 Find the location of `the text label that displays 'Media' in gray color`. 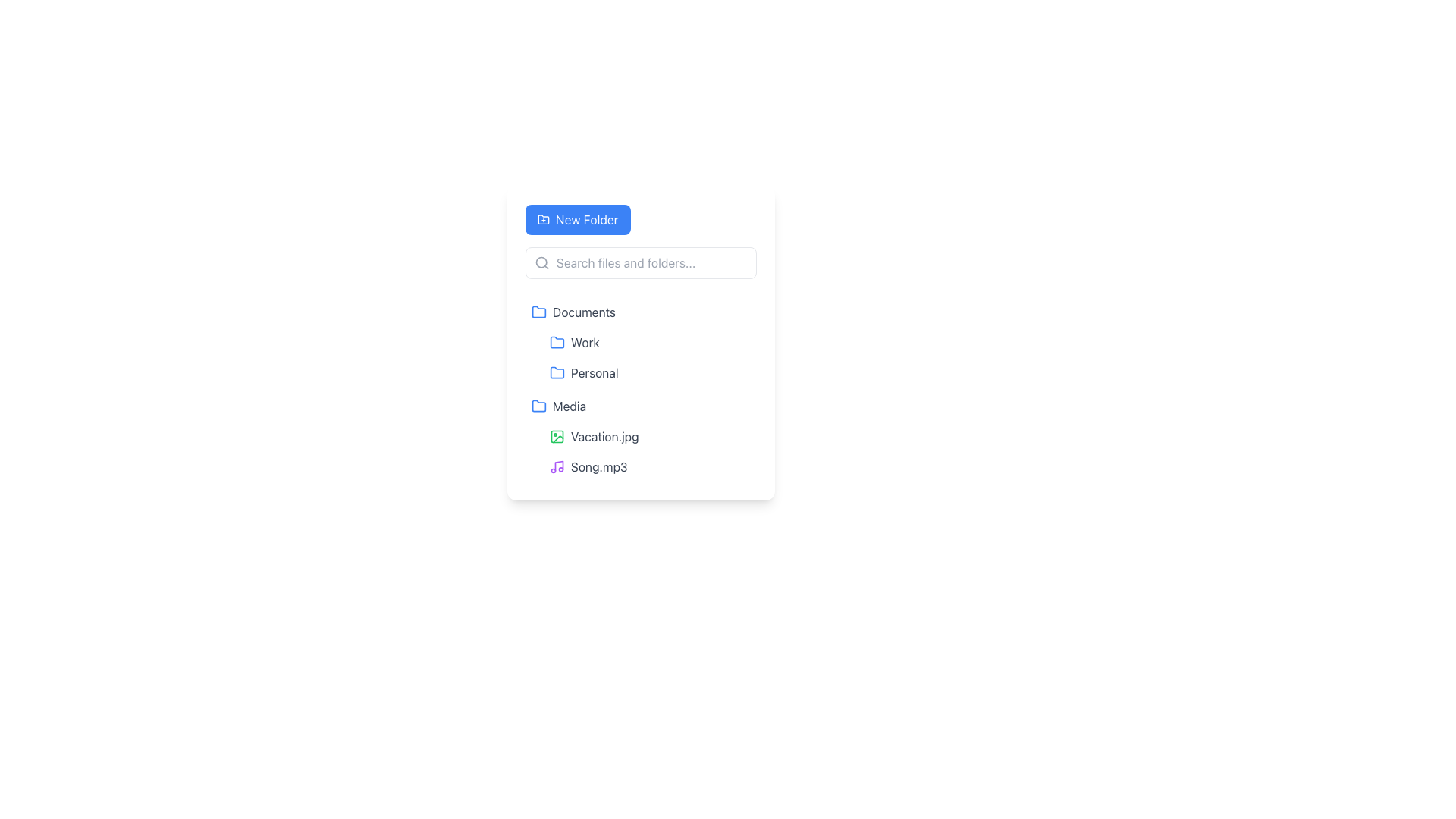

the text label that displays 'Media' in gray color is located at coordinates (569, 406).